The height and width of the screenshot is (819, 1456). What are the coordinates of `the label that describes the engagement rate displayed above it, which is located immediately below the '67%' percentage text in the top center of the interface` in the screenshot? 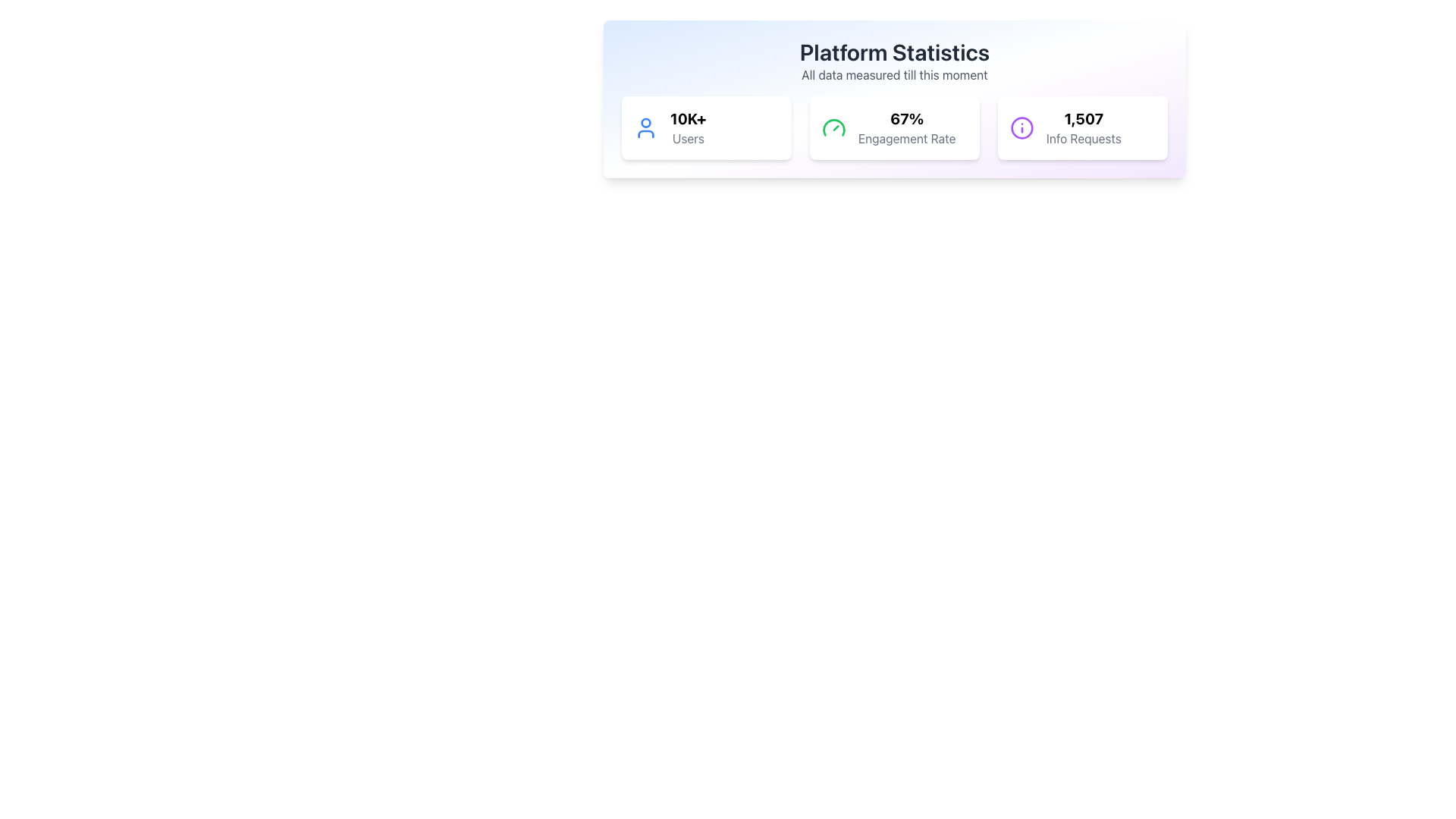 It's located at (907, 138).